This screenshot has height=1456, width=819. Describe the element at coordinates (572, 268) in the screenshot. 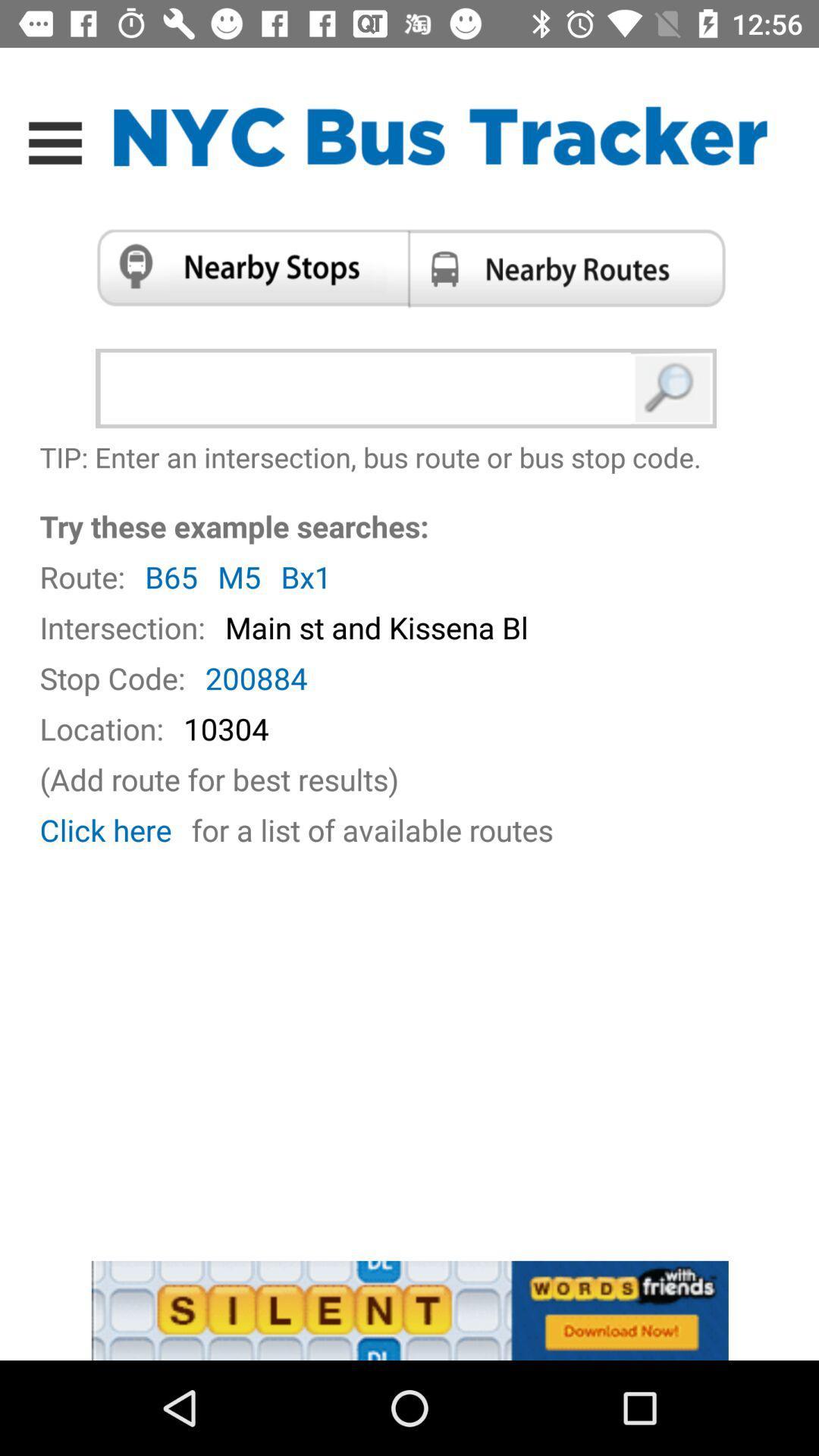

I see `nearby routes button` at that location.